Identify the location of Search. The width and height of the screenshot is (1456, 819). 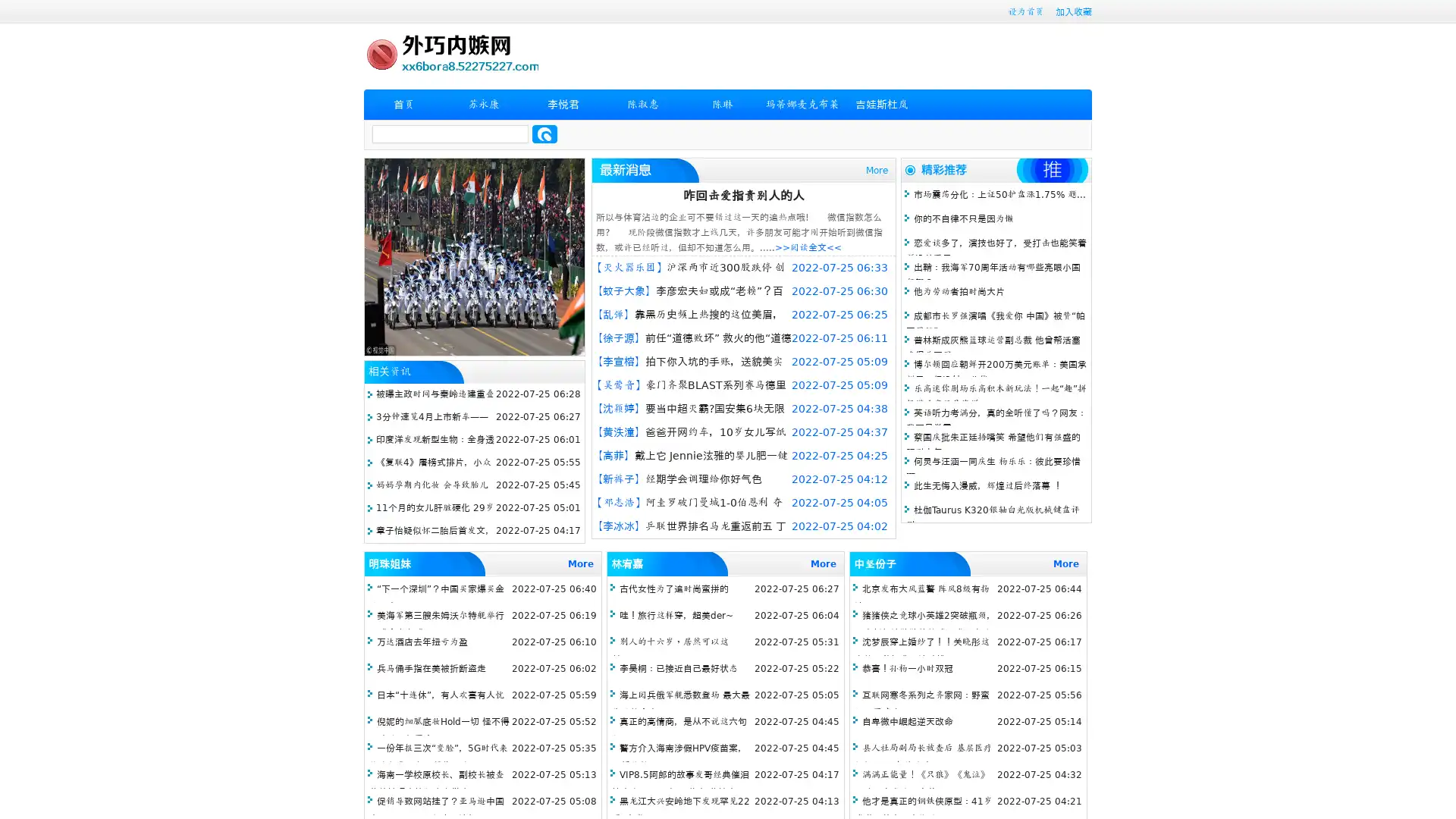
(544, 133).